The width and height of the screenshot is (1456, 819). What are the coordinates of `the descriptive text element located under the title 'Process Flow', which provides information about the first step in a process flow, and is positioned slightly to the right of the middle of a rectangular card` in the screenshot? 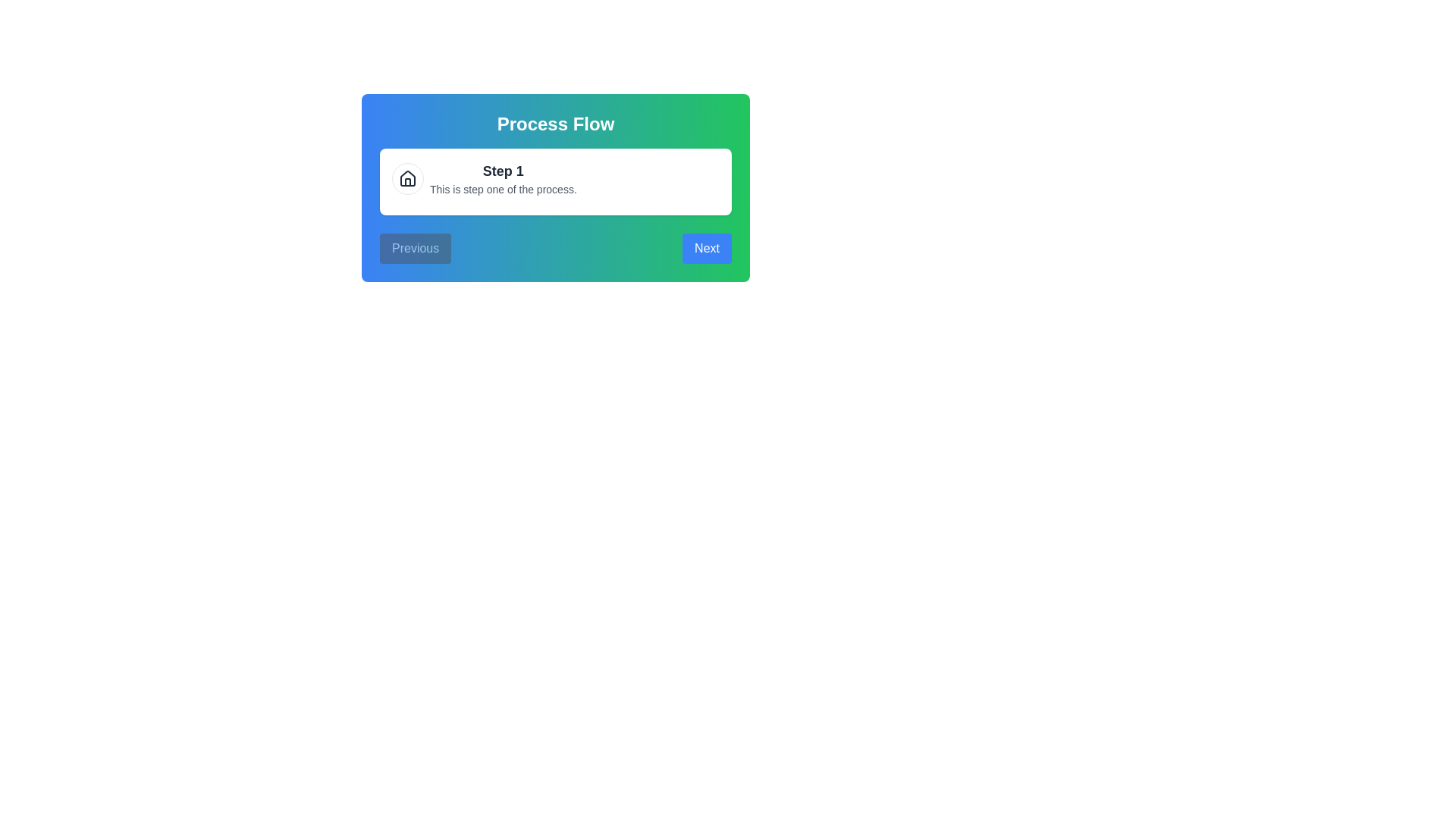 It's located at (503, 177).